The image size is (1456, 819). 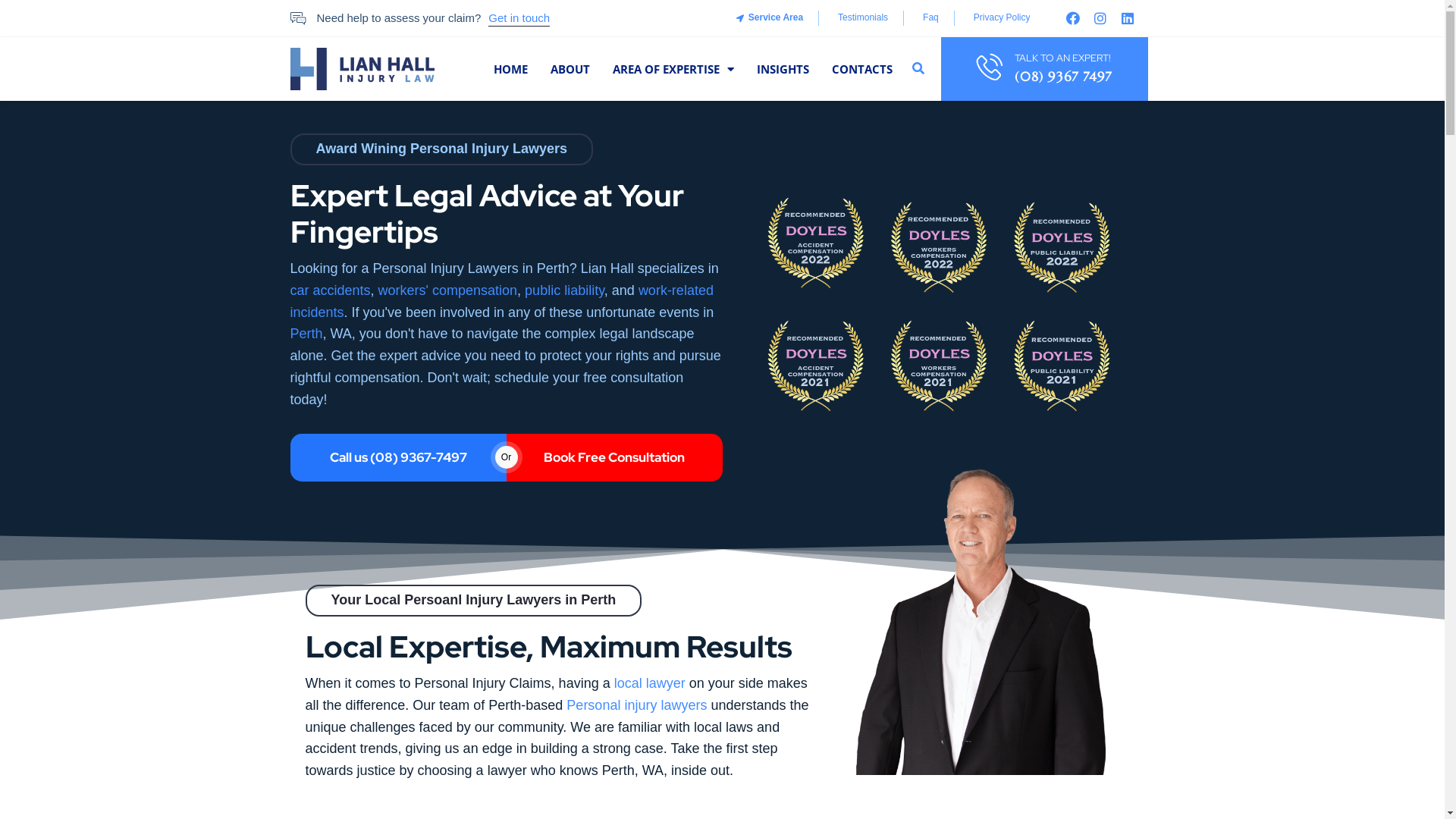 What do you see at coordinates (447, 290) in the screenshot?
I see `'workers' compensation'` at bounding box center [447, 290].